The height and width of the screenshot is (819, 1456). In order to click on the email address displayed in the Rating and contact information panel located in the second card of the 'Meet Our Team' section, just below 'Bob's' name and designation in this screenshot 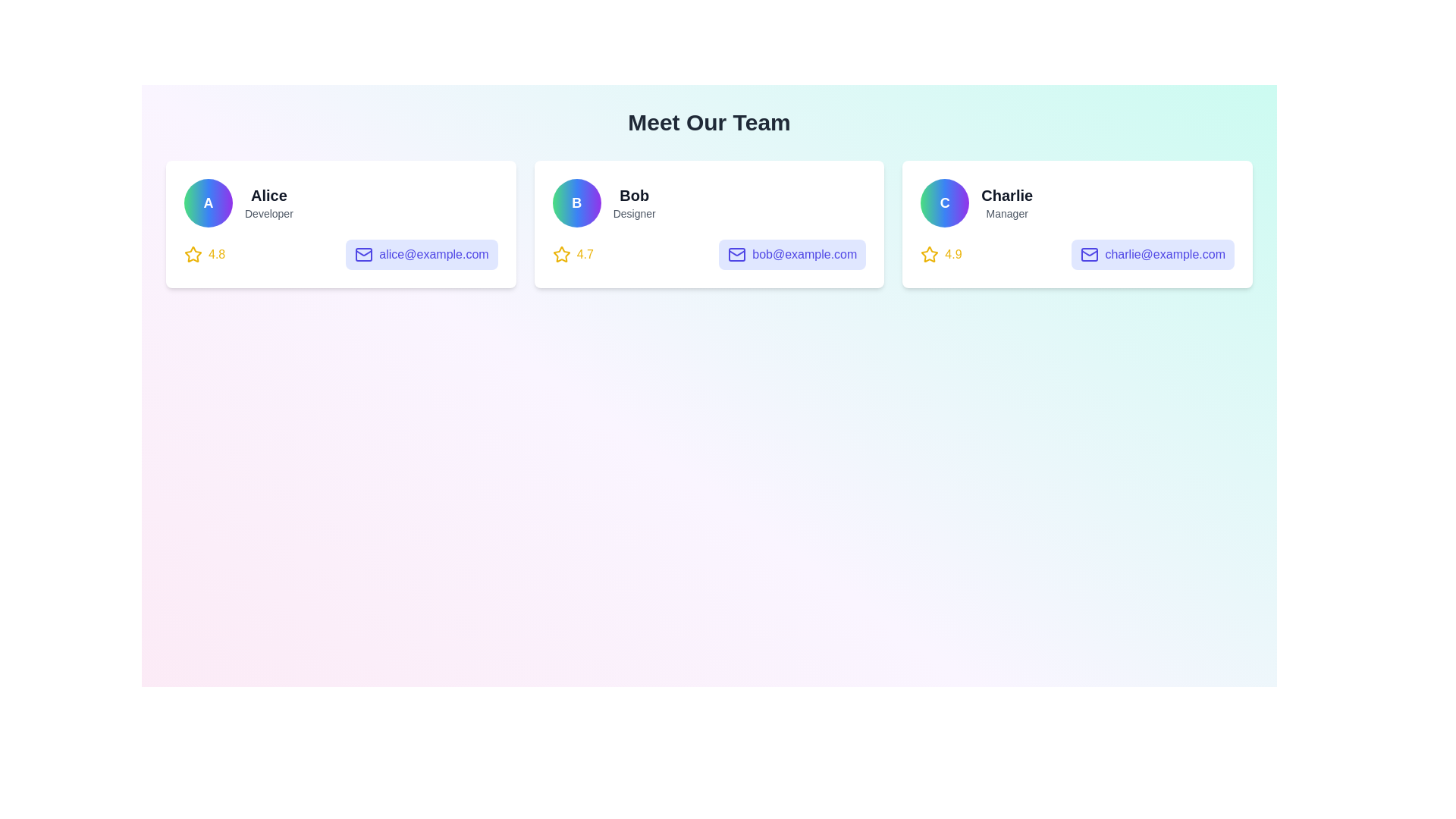, I will do `click(708, 253)`.